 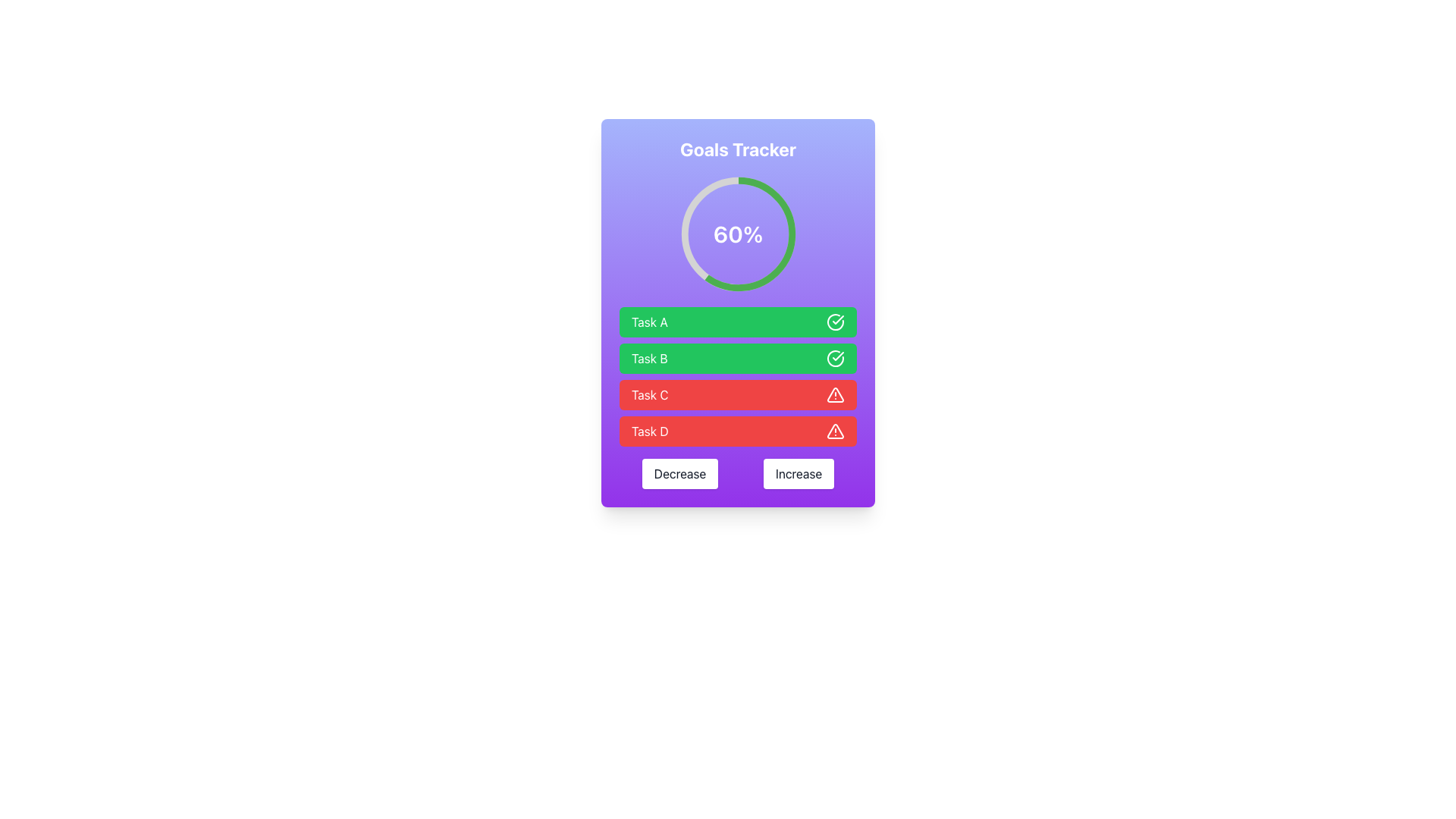 I want to click on the vector graphic component within the checkmark icon indicating the completion status of 'Task A' located in the green bar, so click(x=837, y=356).